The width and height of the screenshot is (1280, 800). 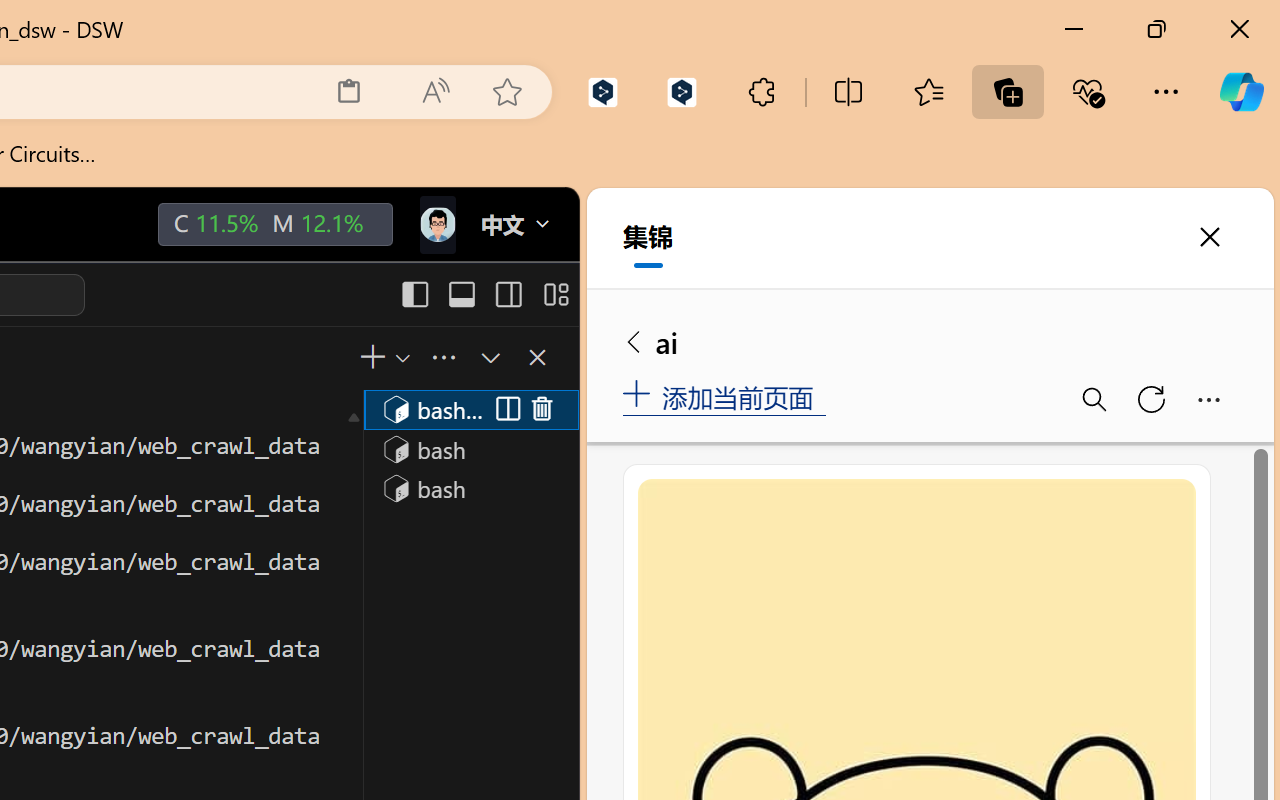 What do you see at coordinates (469, 447) in the screenshot?
I see `'Terminal 2 bash'` at bounding box center [469, 447].